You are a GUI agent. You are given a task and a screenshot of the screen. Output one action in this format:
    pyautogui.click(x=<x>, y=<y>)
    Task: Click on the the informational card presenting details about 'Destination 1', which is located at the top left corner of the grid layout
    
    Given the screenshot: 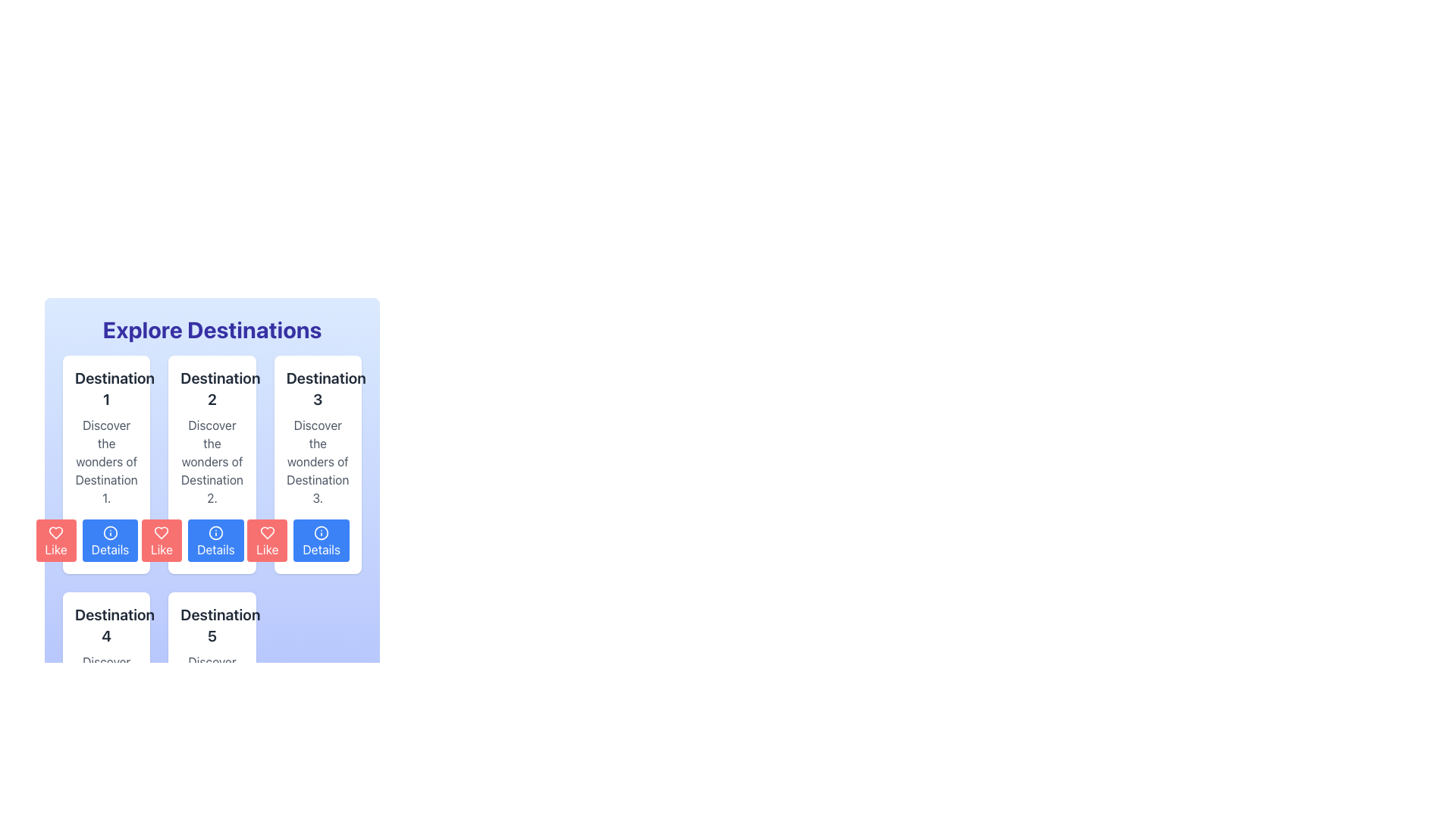 What is the action you would take?
    pyautogui.click(x=105, y=464)
    